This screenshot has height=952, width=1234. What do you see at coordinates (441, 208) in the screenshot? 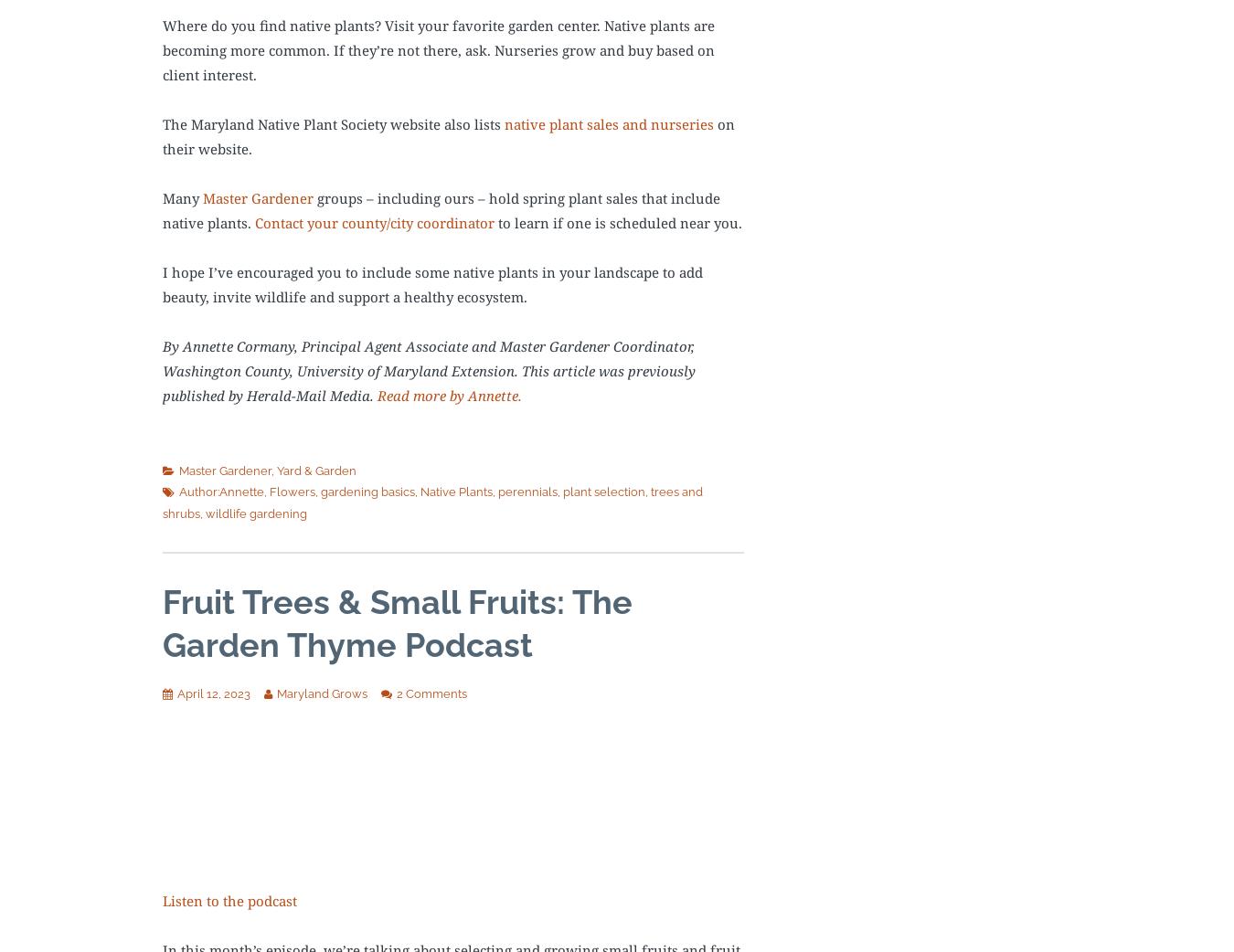
I see `'groups – including ours – hold spring plant sales that include native plants.'` at bounding box center [441, 208].